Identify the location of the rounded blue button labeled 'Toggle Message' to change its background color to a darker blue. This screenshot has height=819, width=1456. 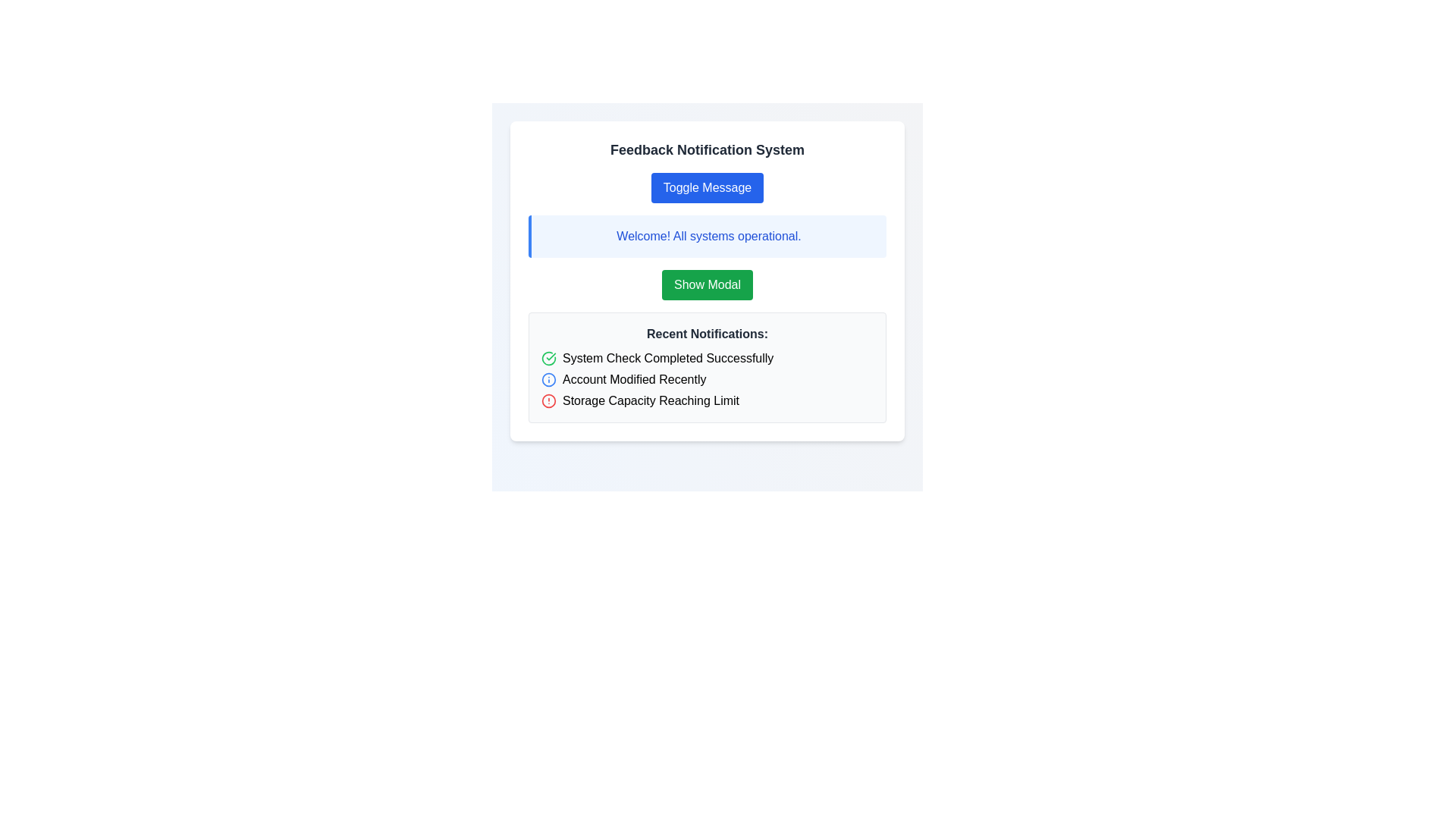
(706, 187).